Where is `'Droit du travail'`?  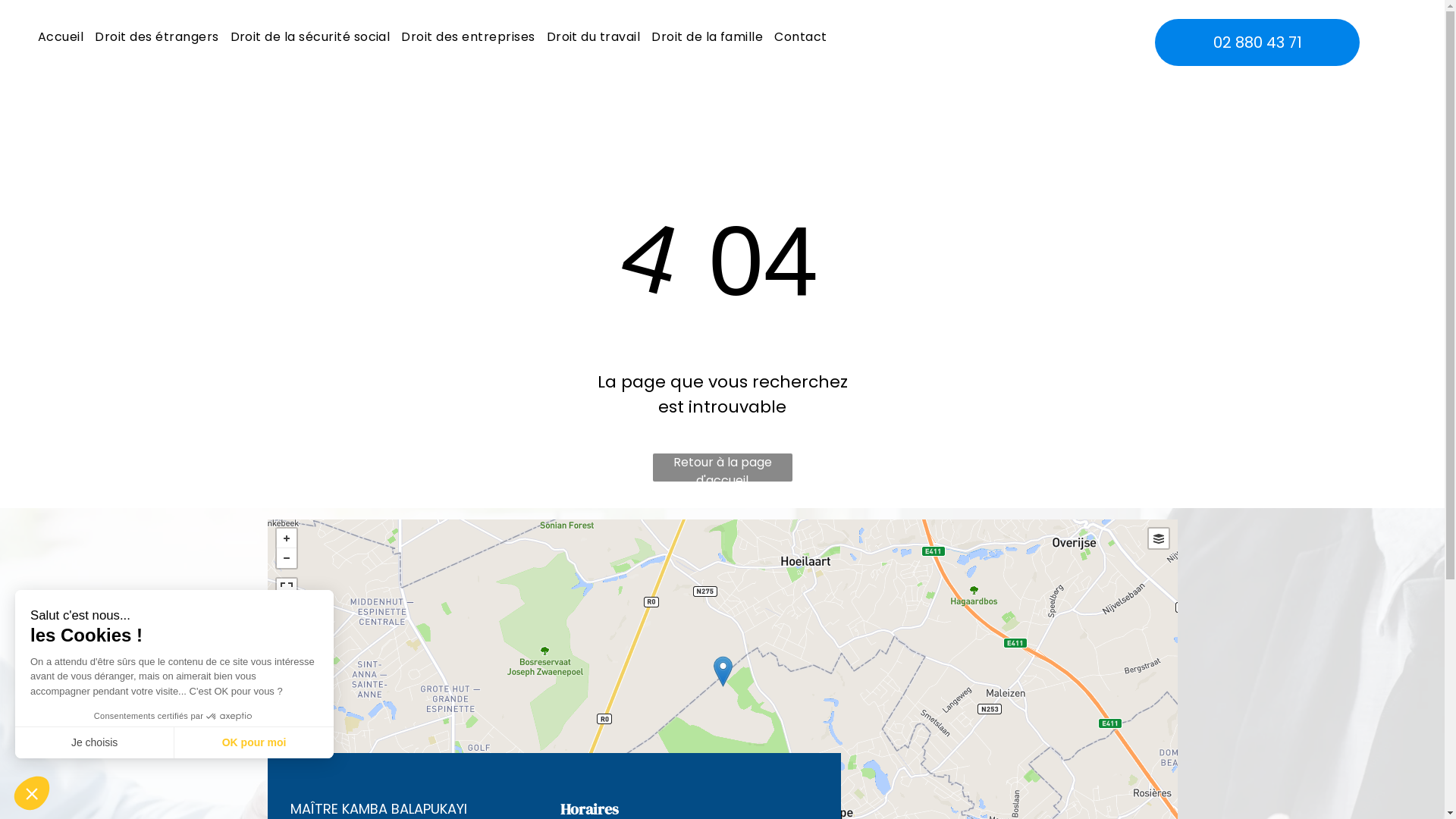 'Droit du travail' is located at coordinates (591, 36).